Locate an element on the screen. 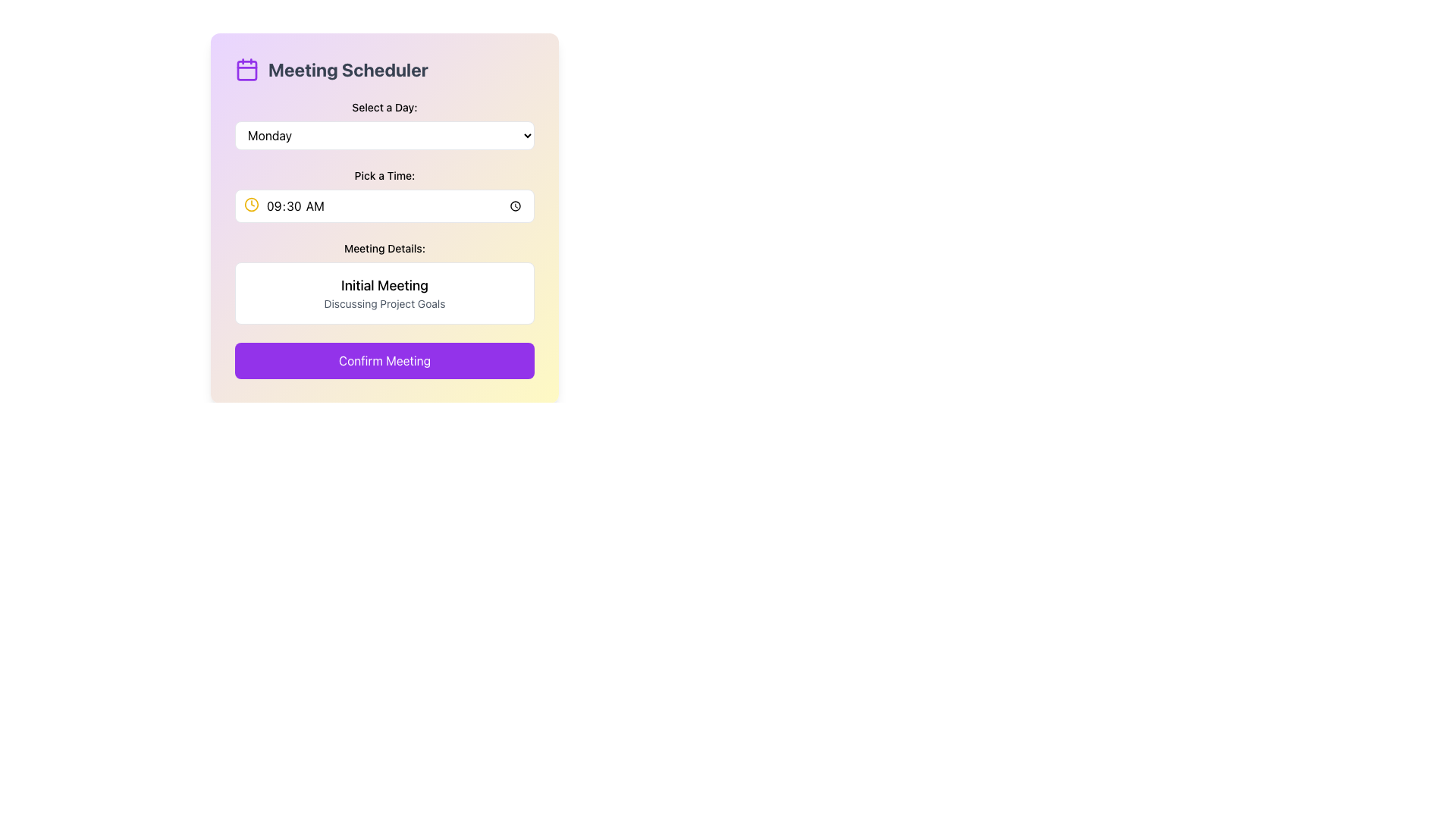 The image size is (1456, 819). the Information Display that shows the current meeting details, located below the 'Pick a Time' section and between the time picker and the 'Confirm Meeting' button is located at coordinates (384, 283).